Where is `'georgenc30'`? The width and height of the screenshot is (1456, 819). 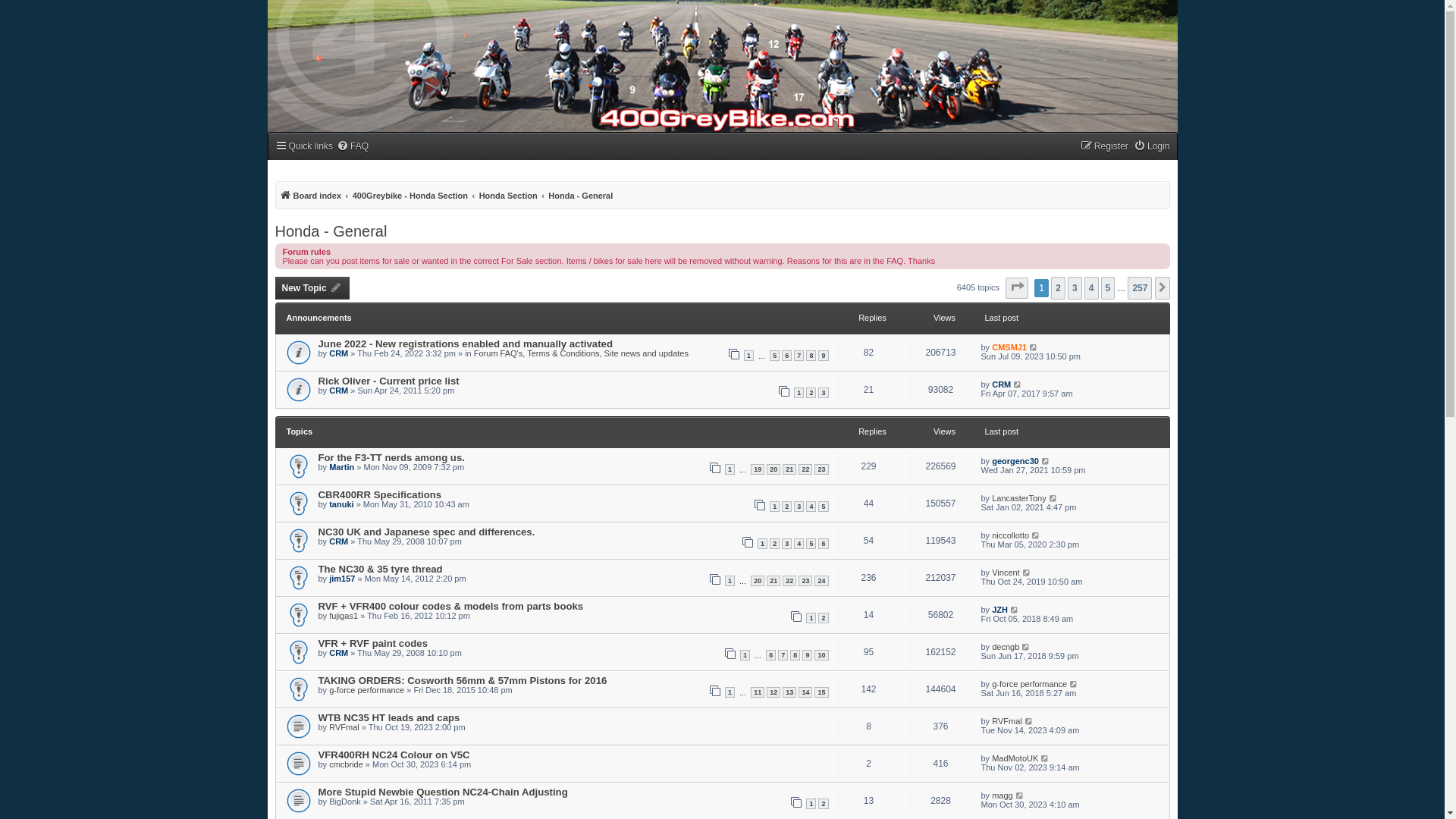
'georgenc30' is located at coordinates (1015, 460).